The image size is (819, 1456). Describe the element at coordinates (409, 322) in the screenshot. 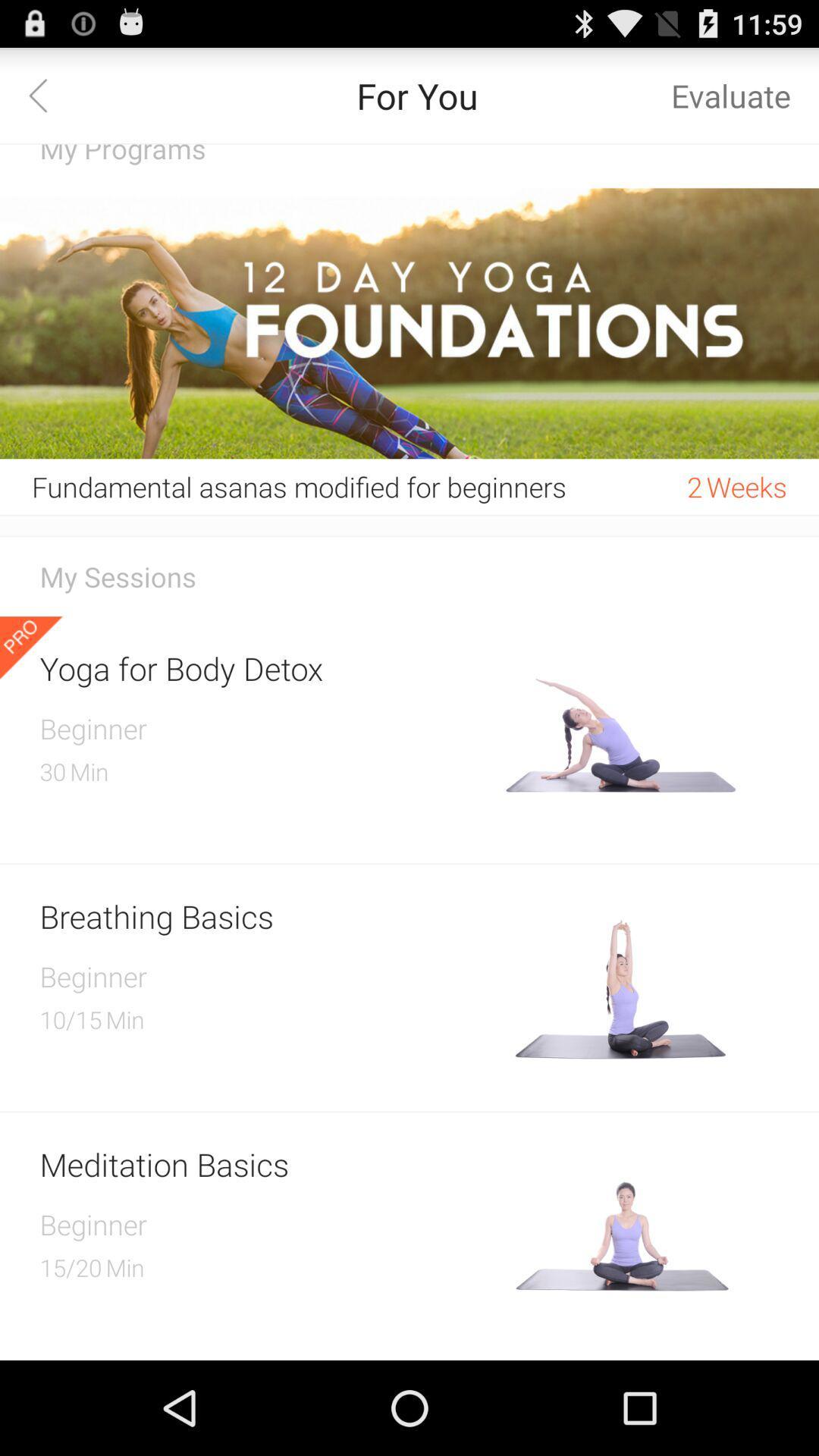

I see `icon below the my programs item` at that location.